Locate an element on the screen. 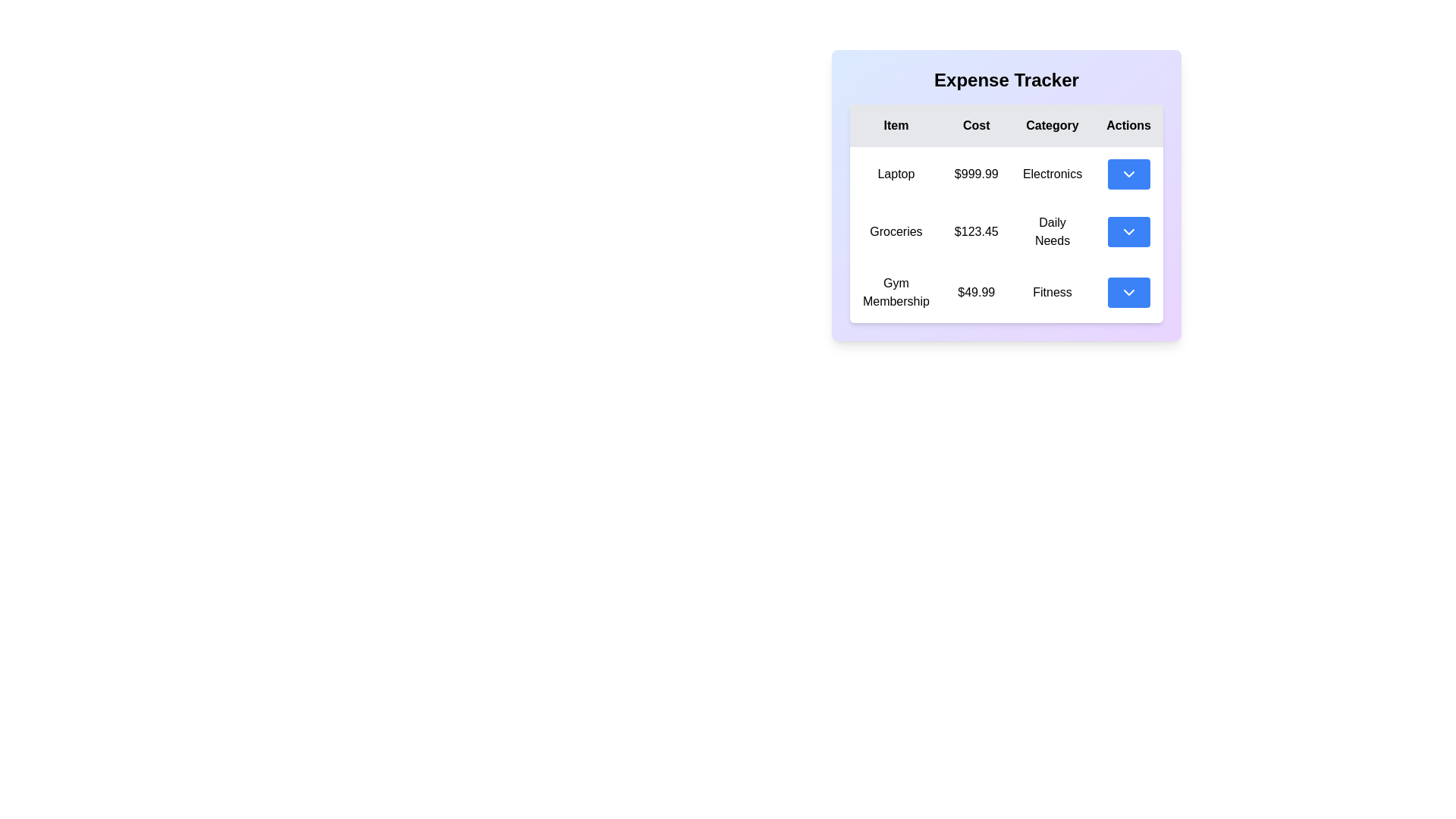  the dropdown trigger button located in the last row of the table under the 'Actions' column is located at coordinates (1128, 292).